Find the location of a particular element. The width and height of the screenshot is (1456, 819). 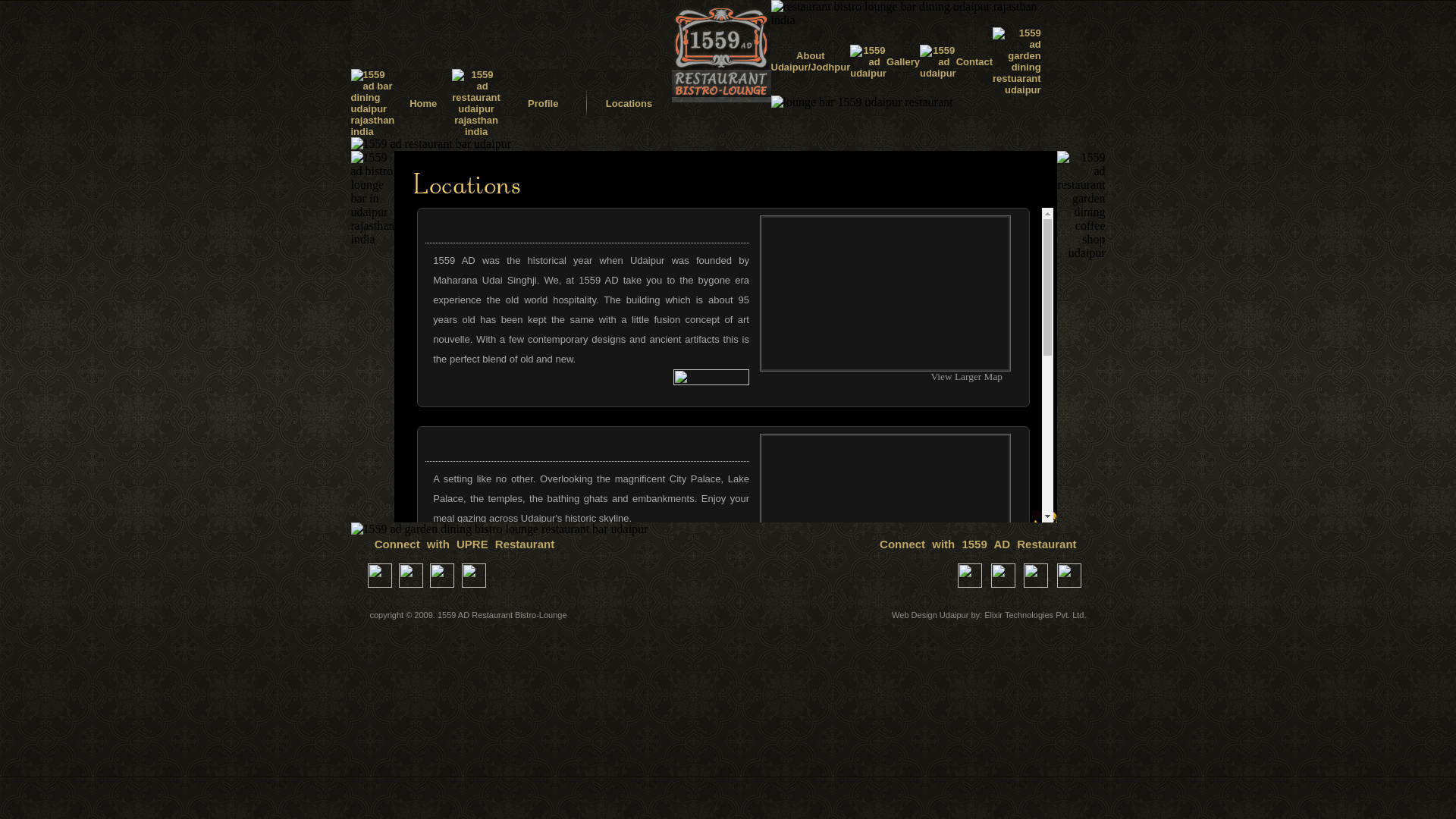

'Web Design Udaipur' is located at coordinates (929, 614).